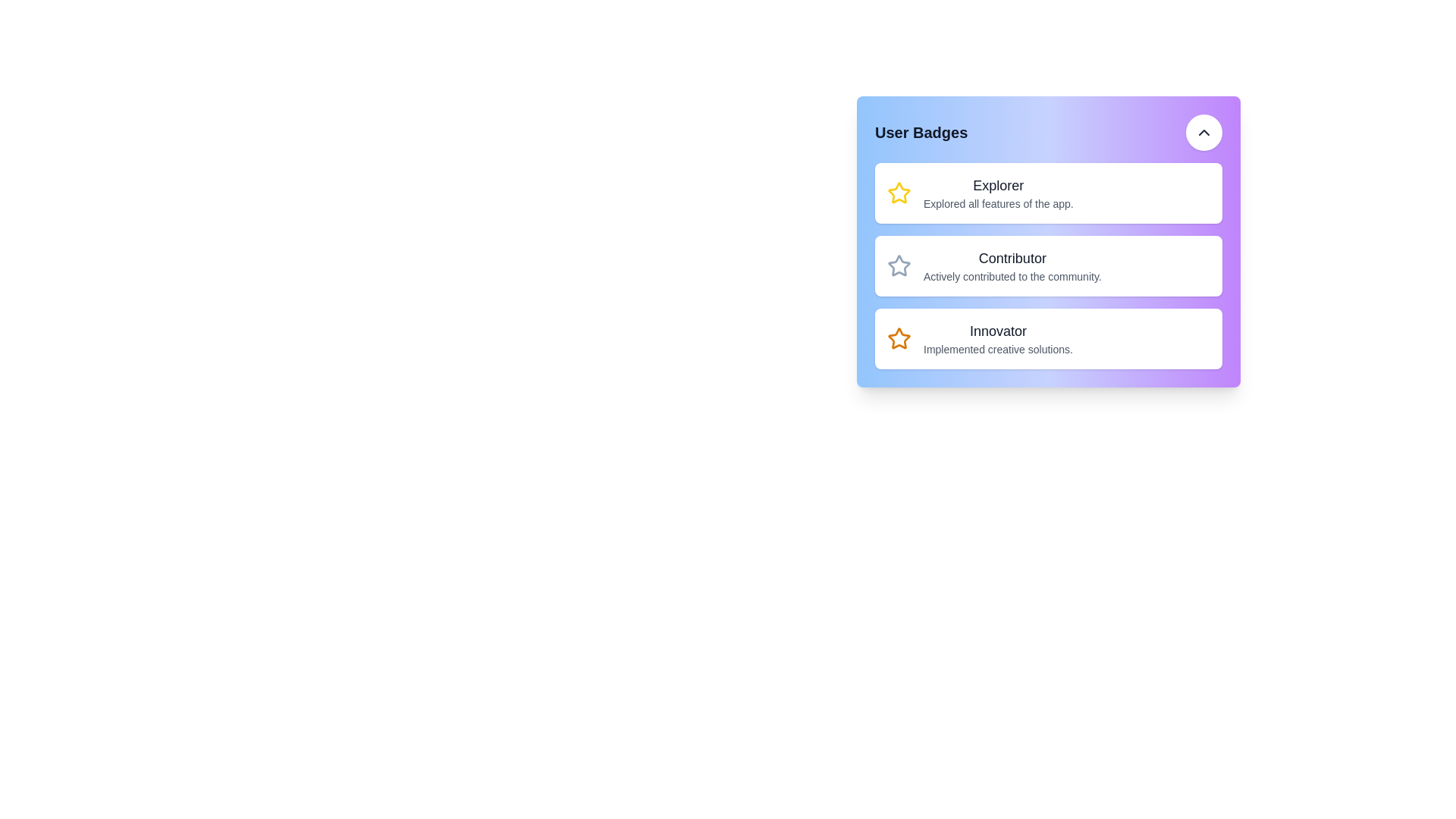 The image size is (1456, 819). What do you see at coordinates (1203, 131) in the screenshot?
I see `the upward-pointing chevron icon button located in the top-right corner of the 'User Badges' card` at bounding box center [1203, 131].